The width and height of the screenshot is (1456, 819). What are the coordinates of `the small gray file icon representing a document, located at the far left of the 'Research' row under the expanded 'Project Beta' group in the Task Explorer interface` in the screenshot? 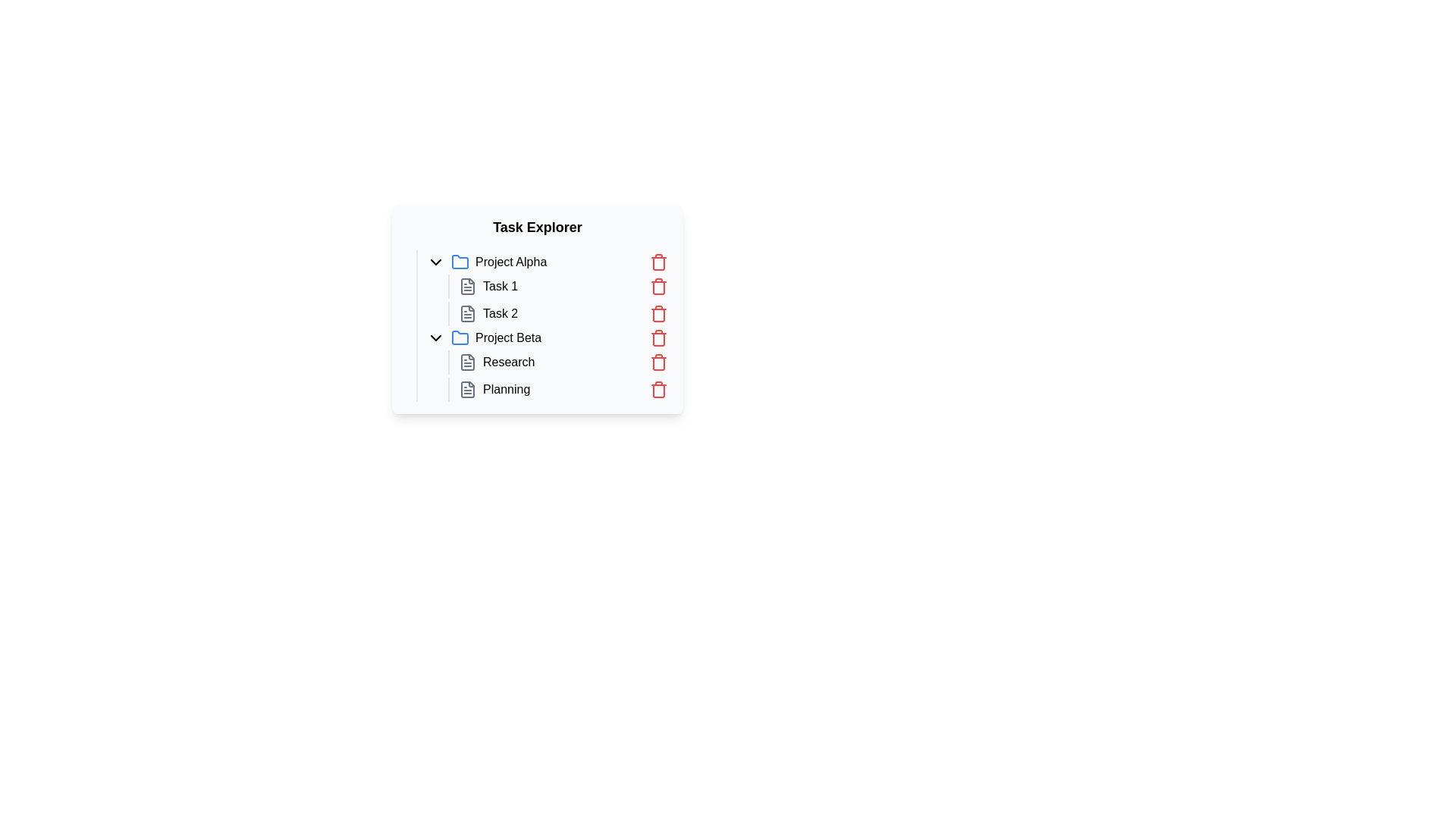 It's located at (467, 362).